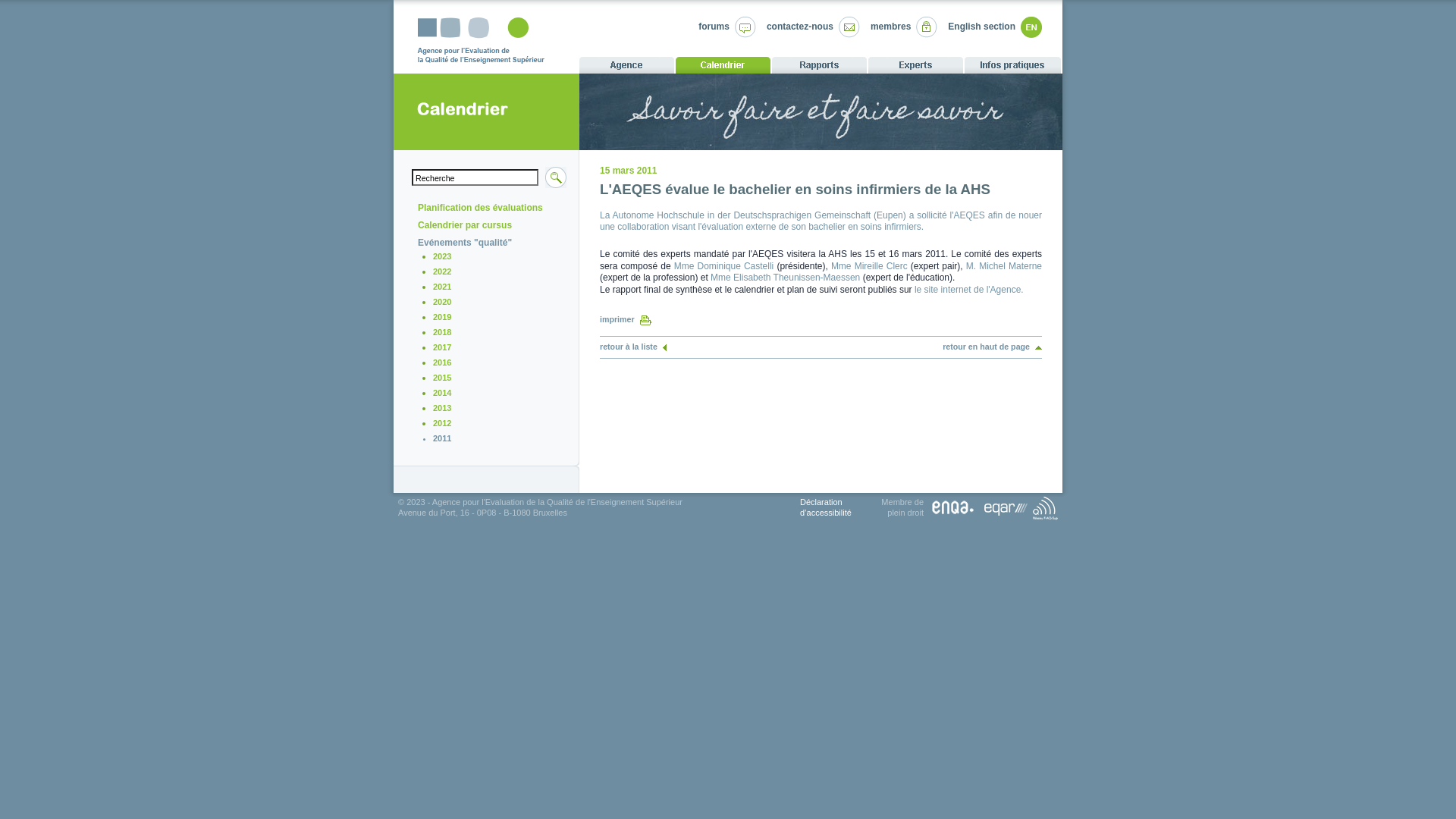 The height and width of the screenshot is (819, 1456). I want to click on '2022', so click(441, 271).